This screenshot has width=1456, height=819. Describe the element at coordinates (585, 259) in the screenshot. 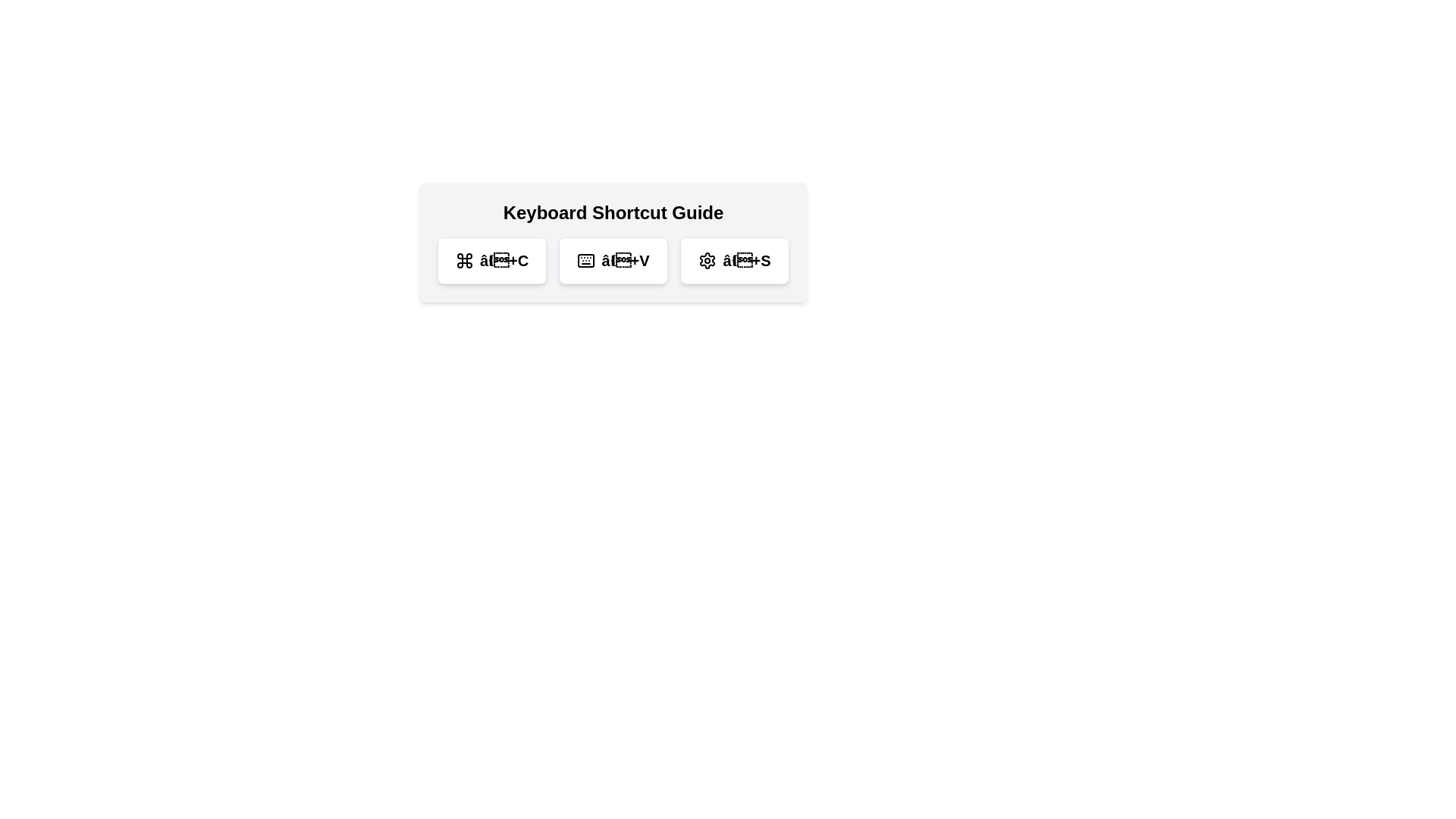

I see `the Icon Button, which is a black rectangular component with rounded edges, located under the 'Keyboard Shortcut Guide' title and positioned as the second icon from the left` at that location.